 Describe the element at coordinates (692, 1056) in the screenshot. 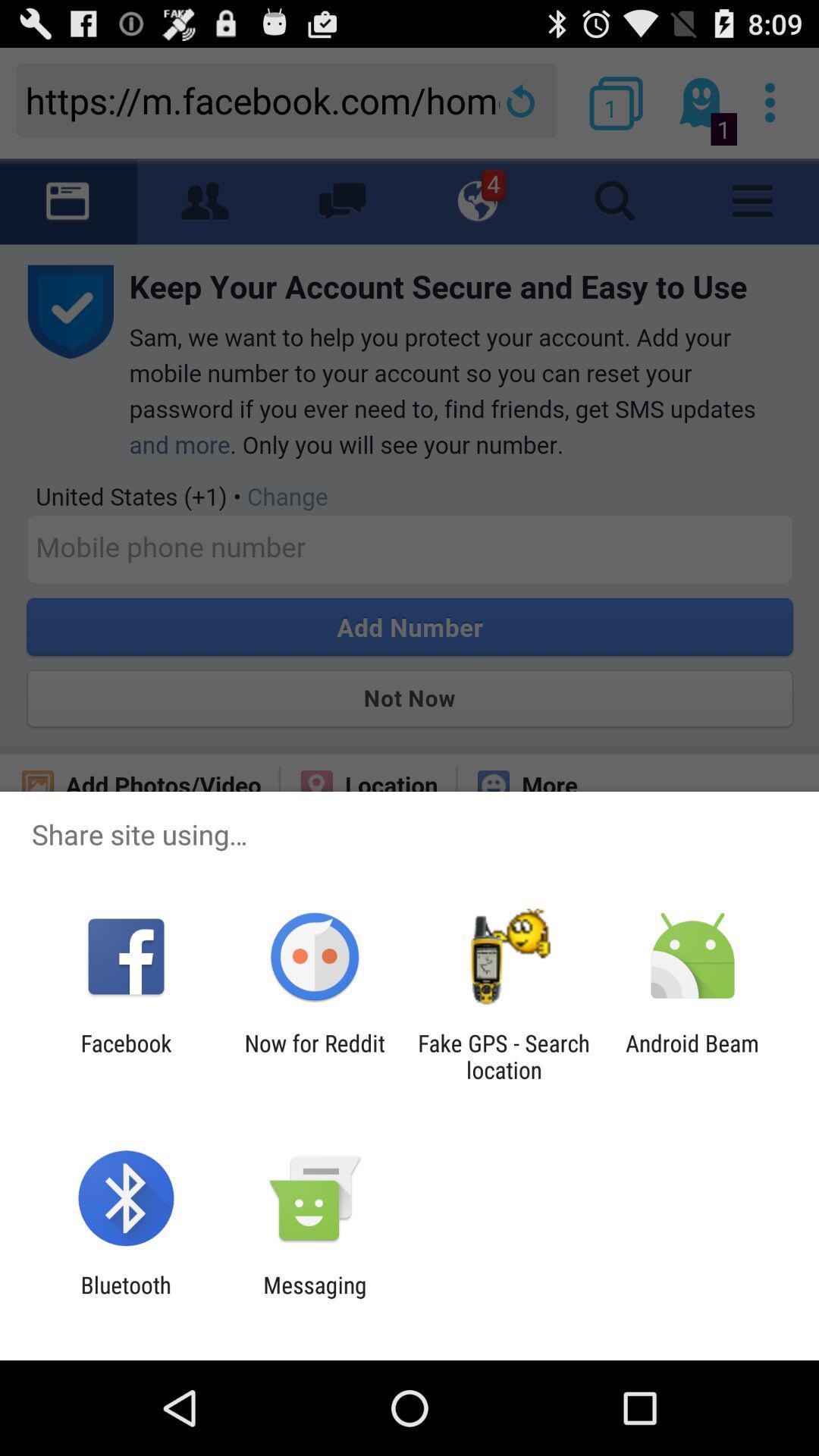

I see `android beam app` at that location.